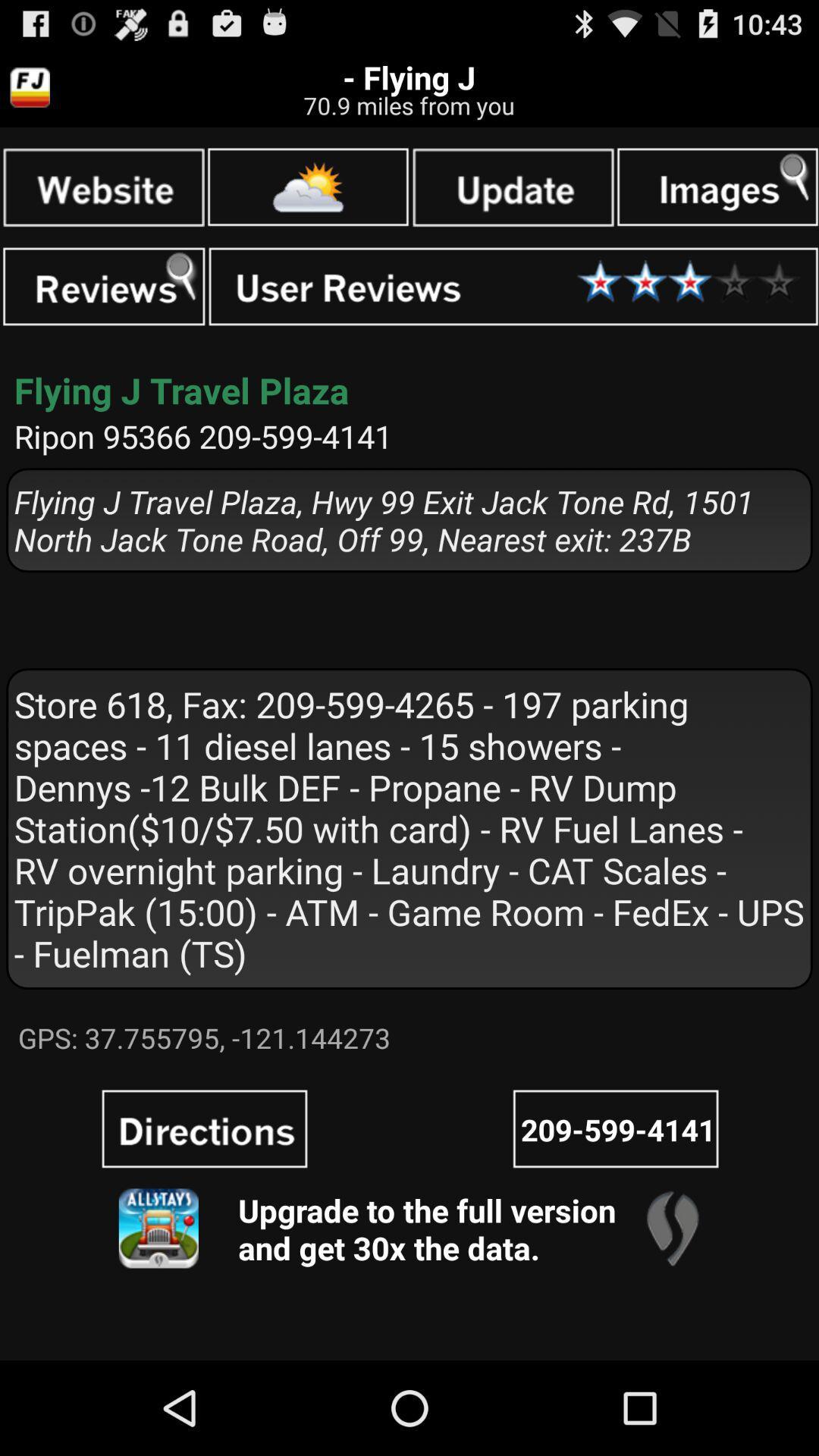 This screenshot has height=1456, width=819. I want to click on it was ok, so click(513, 287).